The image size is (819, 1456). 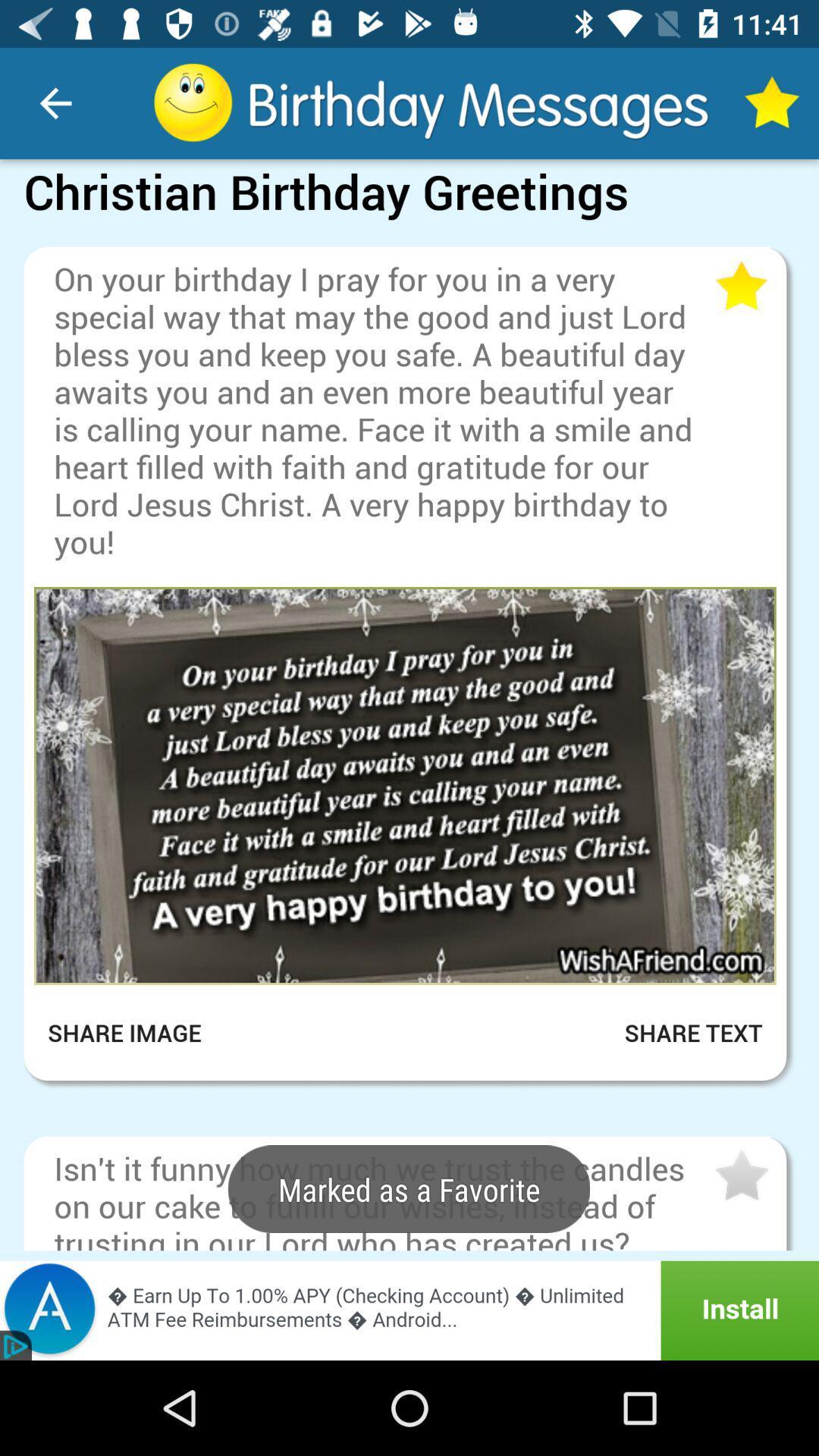 I want to click on favorite, so click(x=739, y=287).